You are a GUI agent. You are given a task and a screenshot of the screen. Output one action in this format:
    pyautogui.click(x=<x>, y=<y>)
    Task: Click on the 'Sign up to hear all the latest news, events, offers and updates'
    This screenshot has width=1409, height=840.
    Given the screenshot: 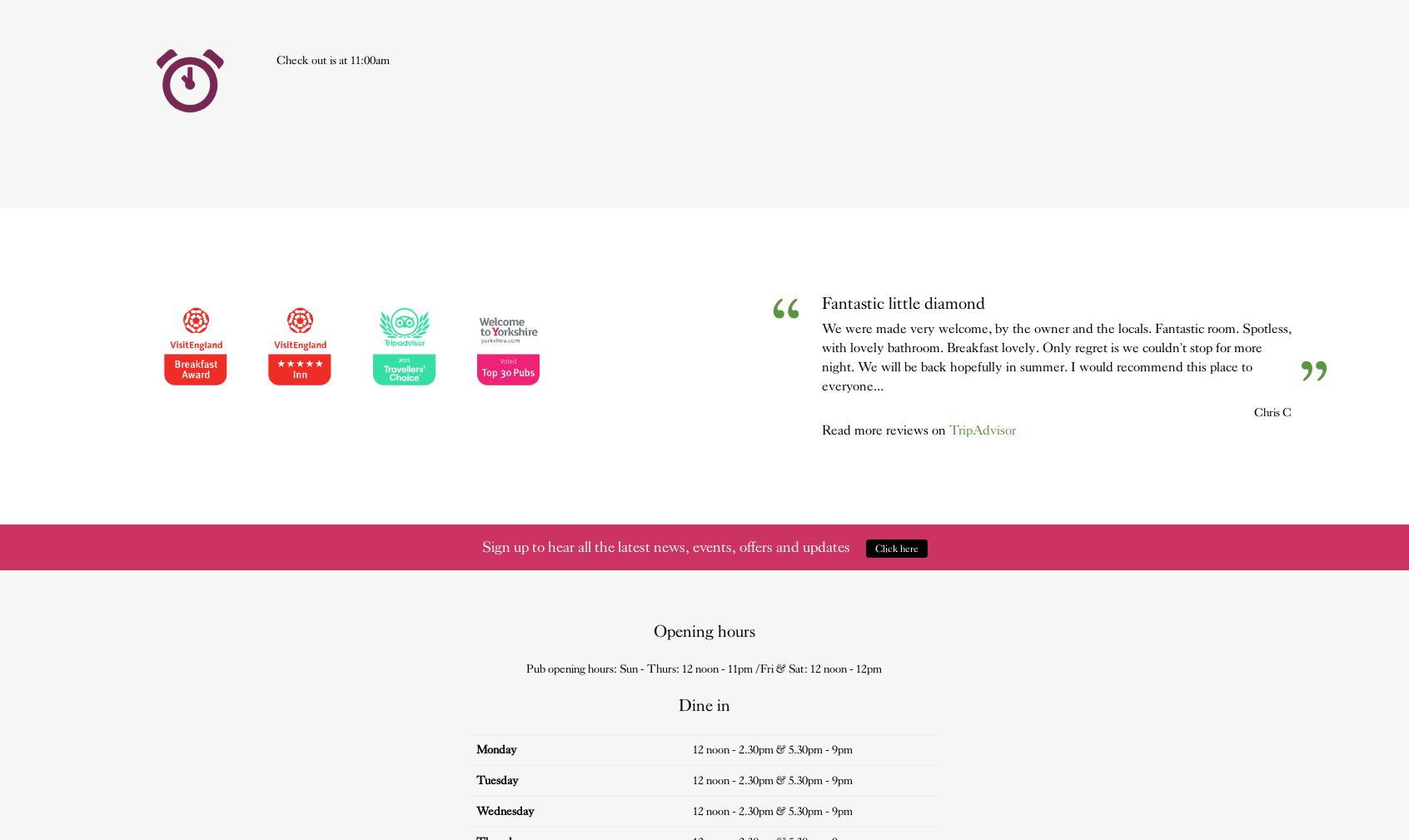 What is the action you would take?
    pyautogui.click(x=666, y=546)
    